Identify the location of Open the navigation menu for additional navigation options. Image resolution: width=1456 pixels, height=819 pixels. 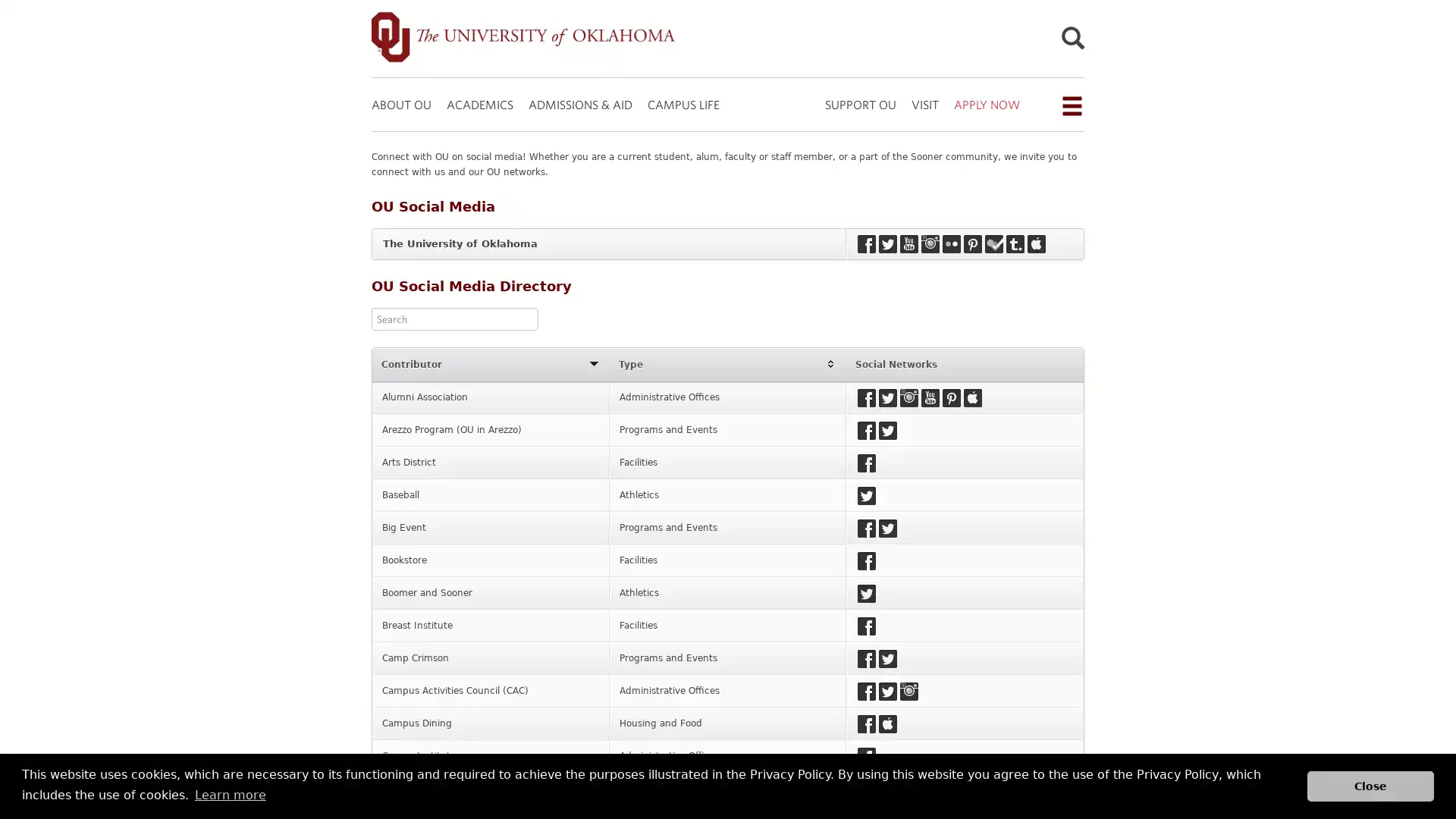
(1070, 105).